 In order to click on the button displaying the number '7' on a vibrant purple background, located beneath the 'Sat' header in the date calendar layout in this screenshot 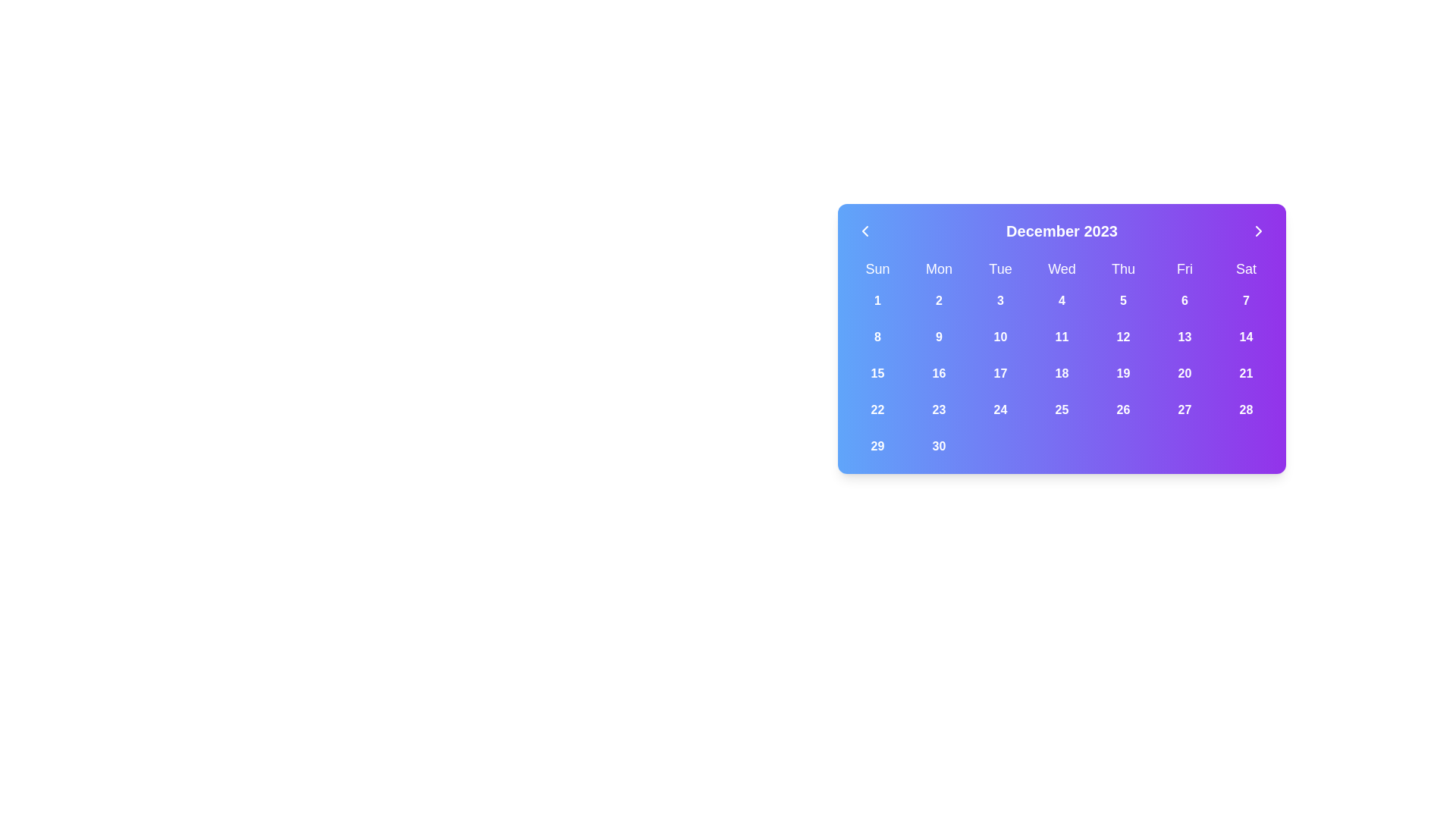, I will do `click(1246, 301)`.